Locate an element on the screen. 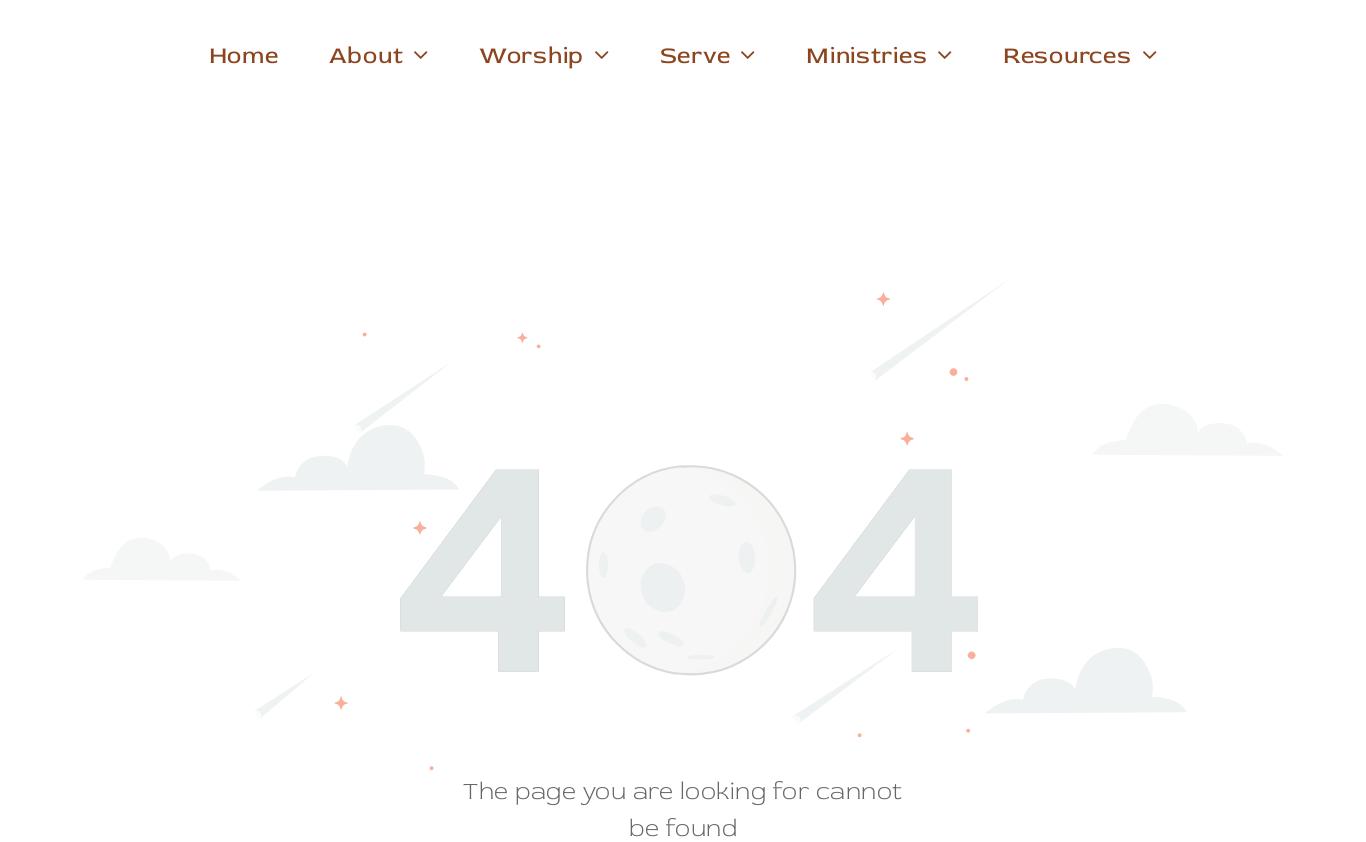 This screenshot has width=1366, height=842. 'Ministries' is located at coordinates (865, 54).